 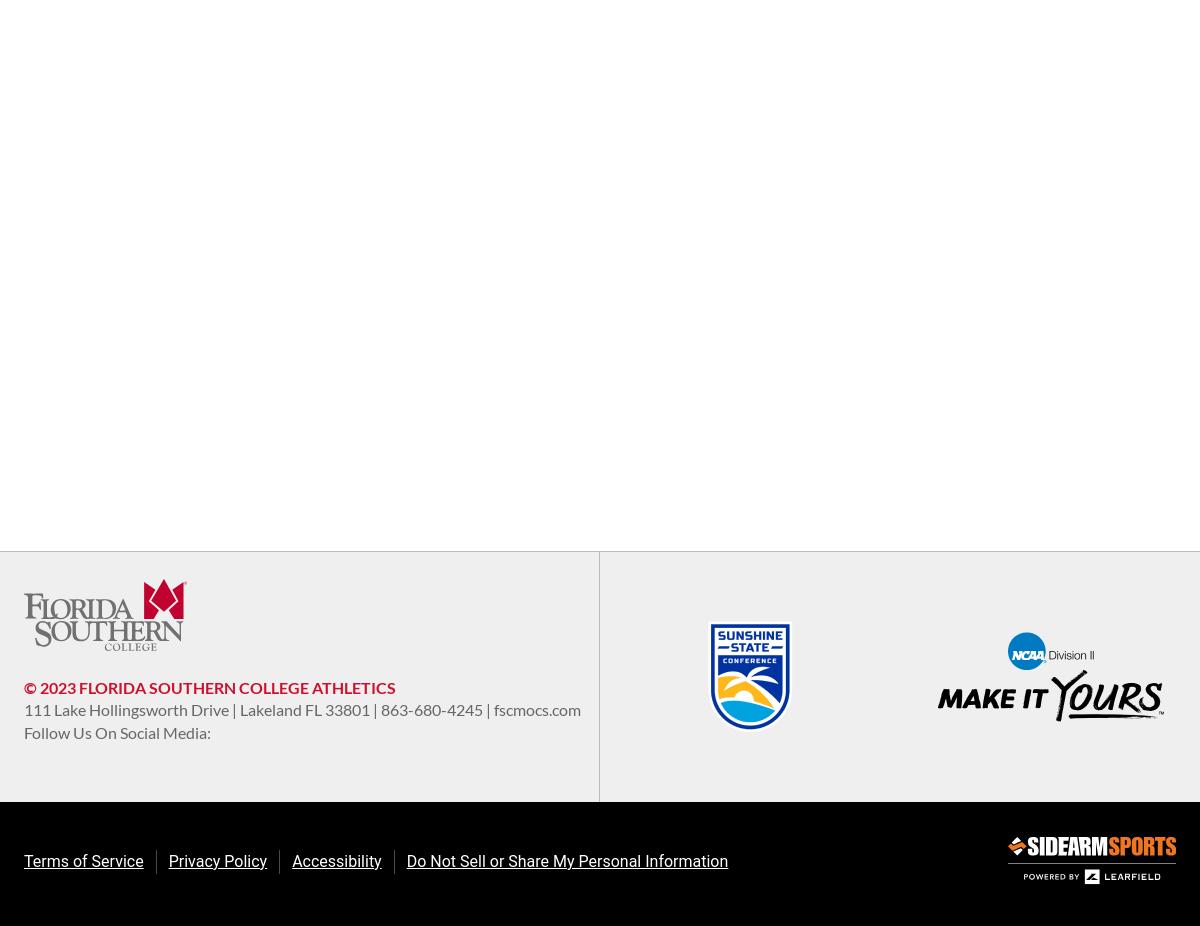 What do you see at coordinates (432, 709) in the screenshot?
I see `'863-680-4245'` at bounding box center [432, 709].